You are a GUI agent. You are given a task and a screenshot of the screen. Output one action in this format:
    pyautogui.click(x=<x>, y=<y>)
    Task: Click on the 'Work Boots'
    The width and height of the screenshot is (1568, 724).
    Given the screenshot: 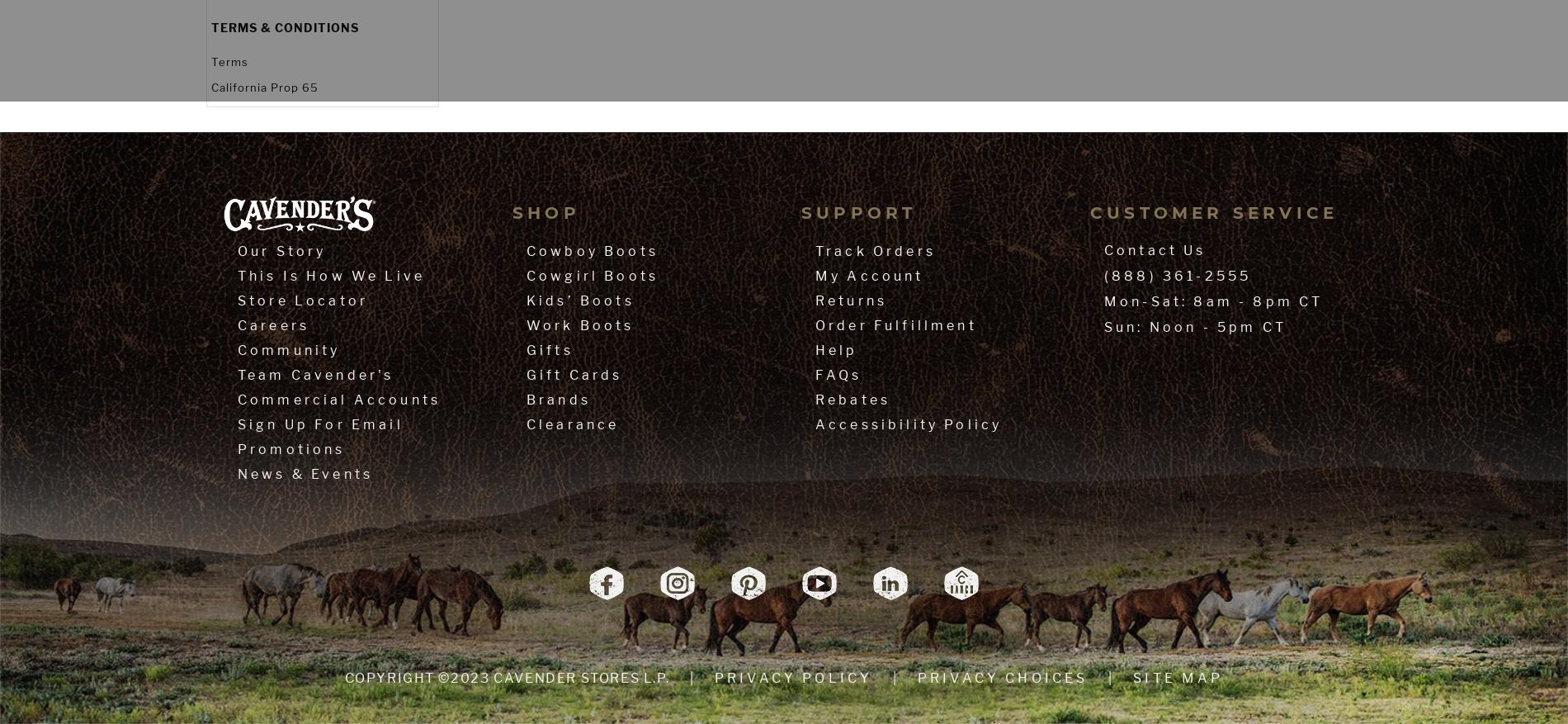 What is the action you would take?
    pyautogui.click(x=580, y=324)
    